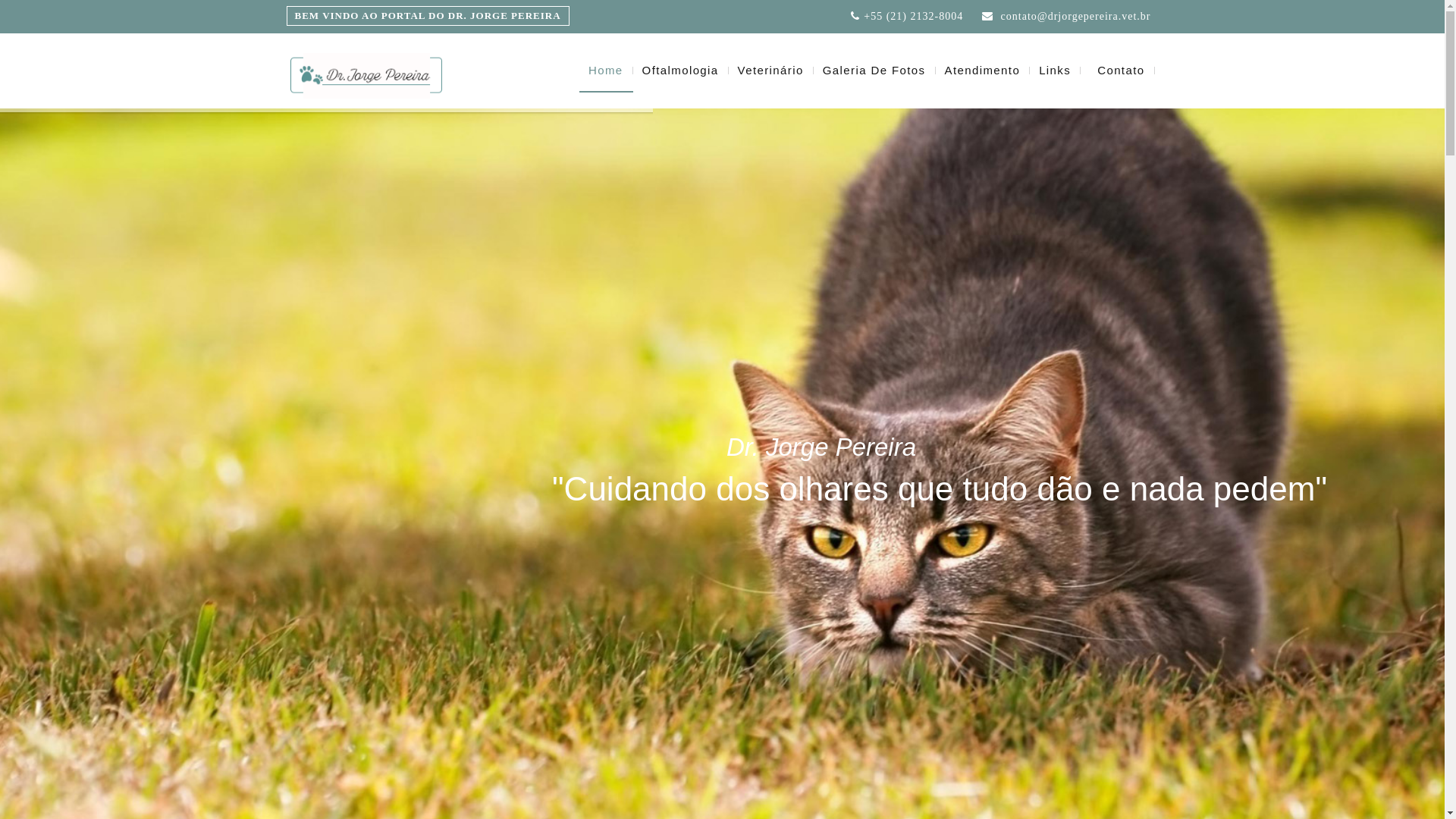 The image size is (1456, 819). I want to click on 'Atendimento', so click(934, 70).